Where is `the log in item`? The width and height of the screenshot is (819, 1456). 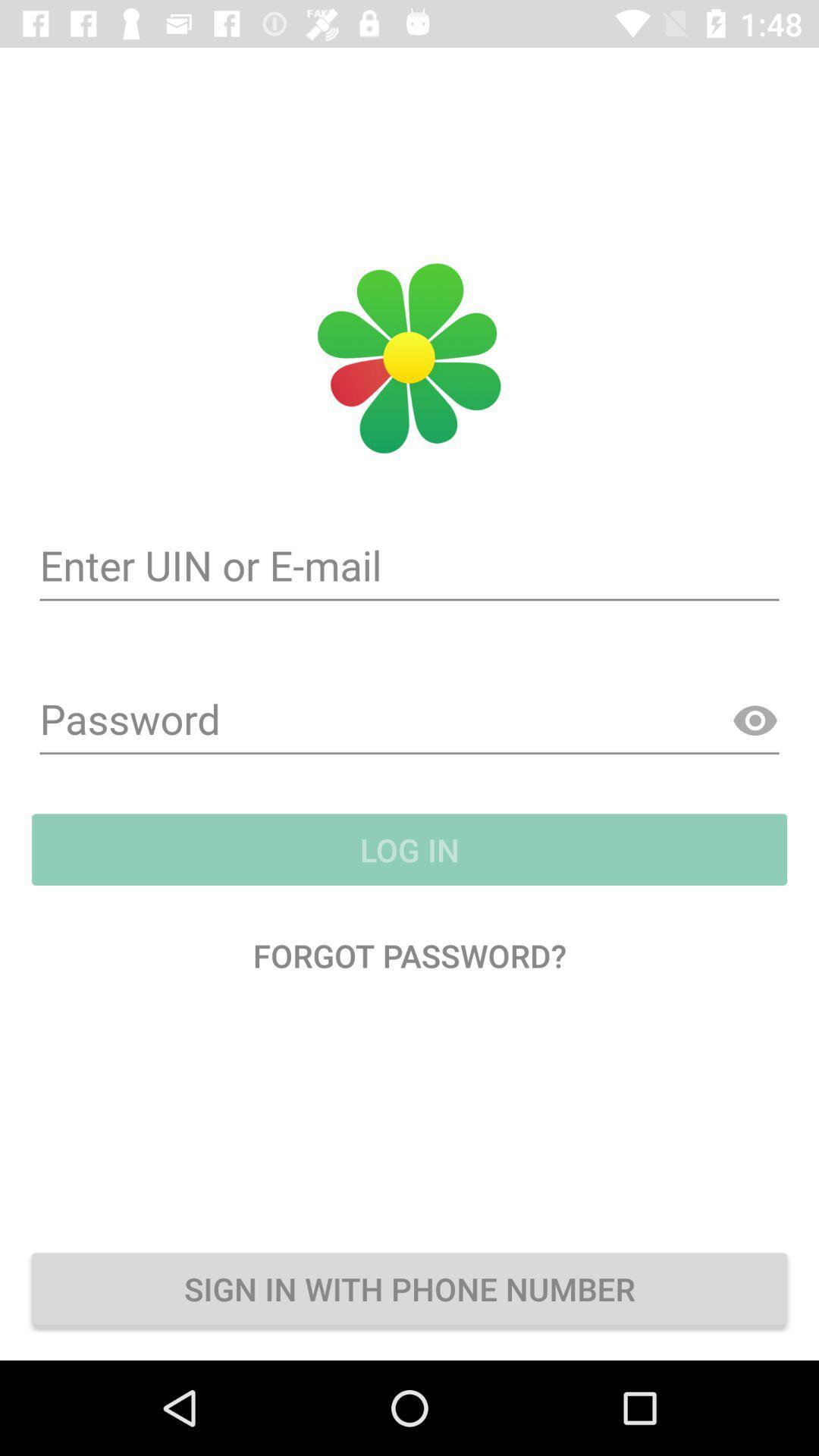
the log in item is located at coordinates (409, 849).